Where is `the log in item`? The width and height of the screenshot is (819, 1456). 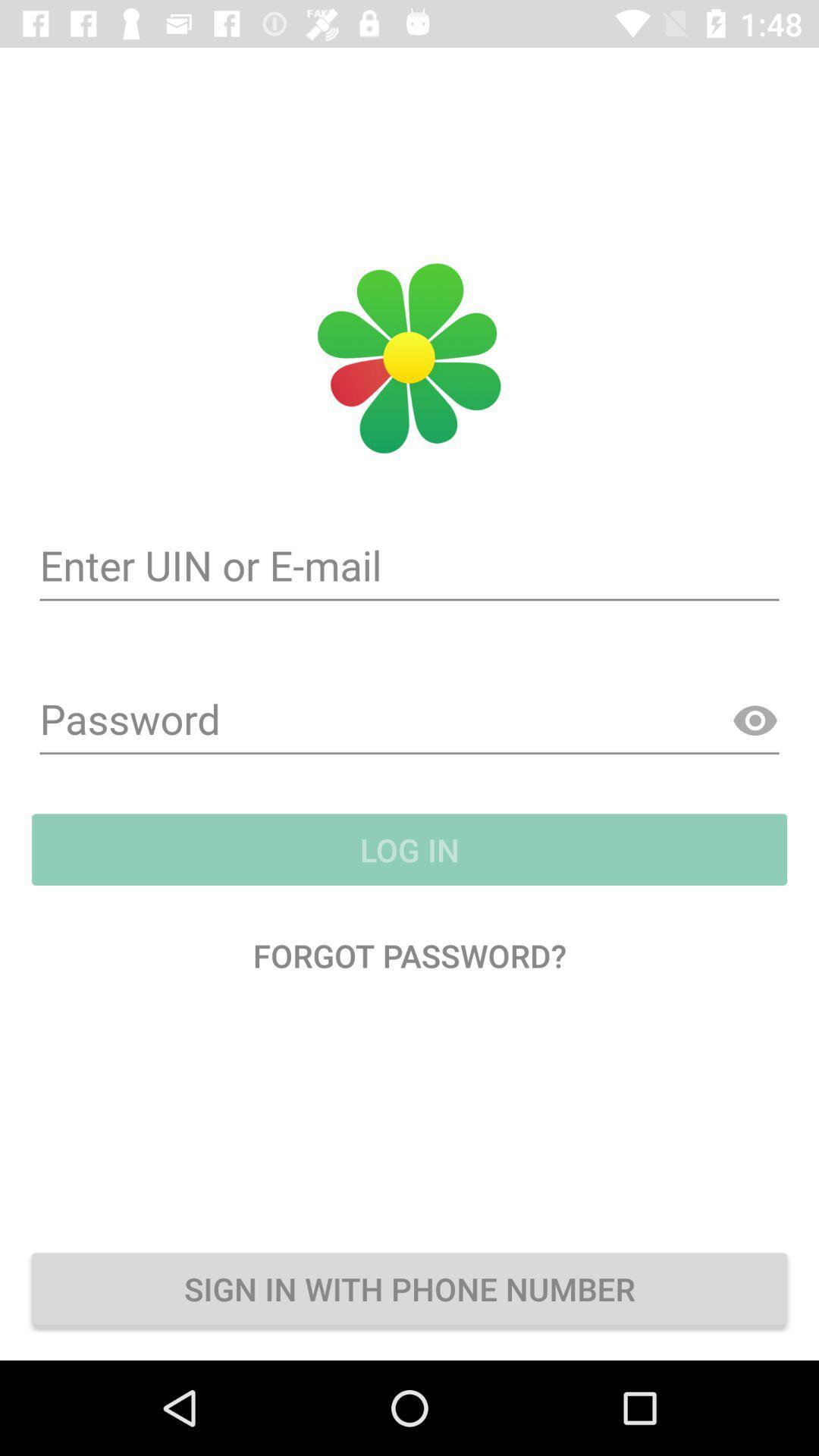
the log in item is located at coordinates (409, 849).